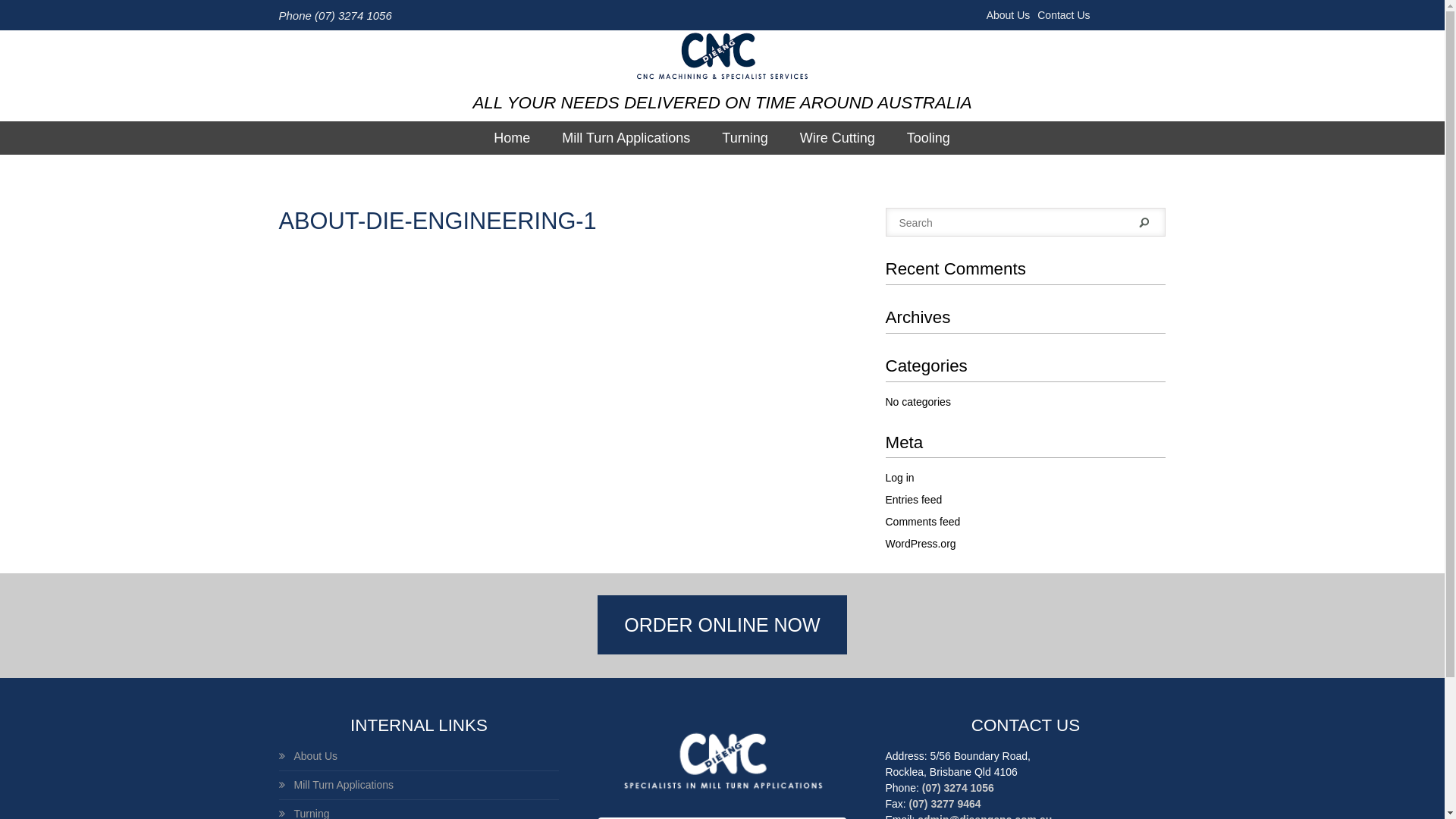 The image size is (1456, 819). What do you see at coordinates (836, 137) in the screenshot?
I see `'Wire Cutting'` at bounding box center [836, 137].